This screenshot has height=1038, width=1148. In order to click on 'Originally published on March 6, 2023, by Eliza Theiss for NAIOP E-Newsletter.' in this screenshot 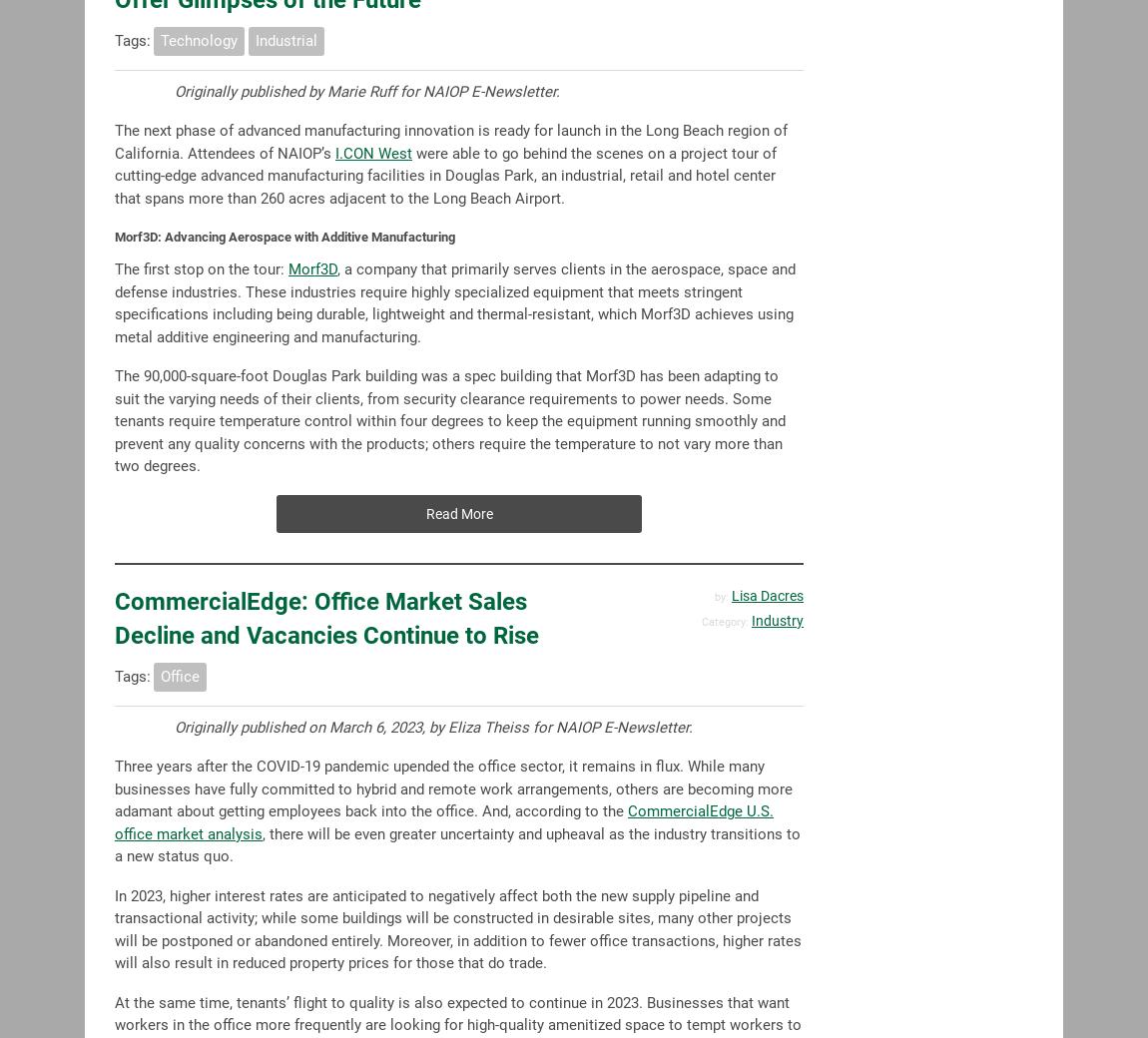, I will do `click(433, 727)`.